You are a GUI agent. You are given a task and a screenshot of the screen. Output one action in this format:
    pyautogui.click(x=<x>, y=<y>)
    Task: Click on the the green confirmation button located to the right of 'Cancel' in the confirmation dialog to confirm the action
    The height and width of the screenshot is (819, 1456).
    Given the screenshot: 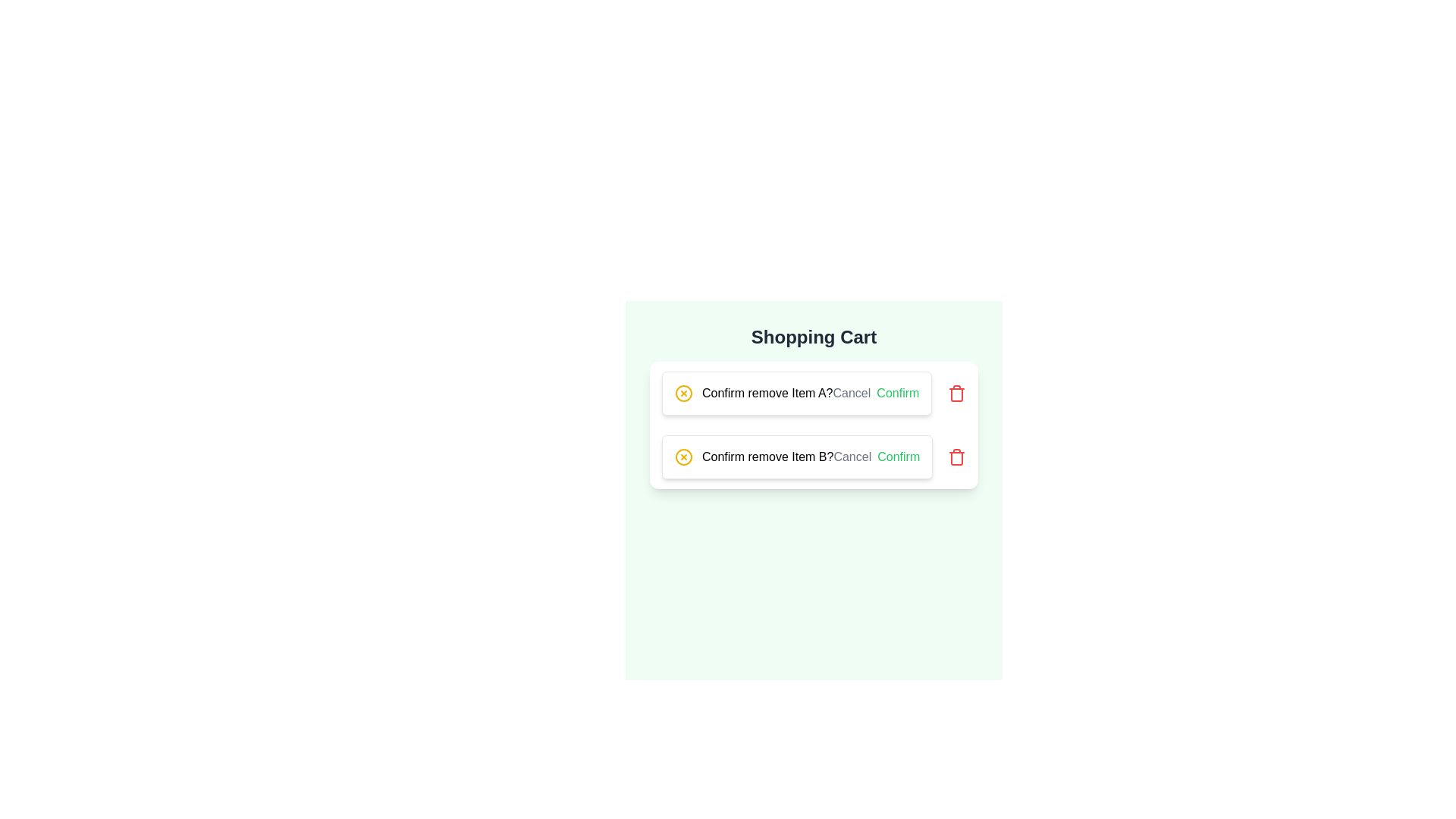 What is the action you would take?
    pyautogui.click(x=898, y=393)
    